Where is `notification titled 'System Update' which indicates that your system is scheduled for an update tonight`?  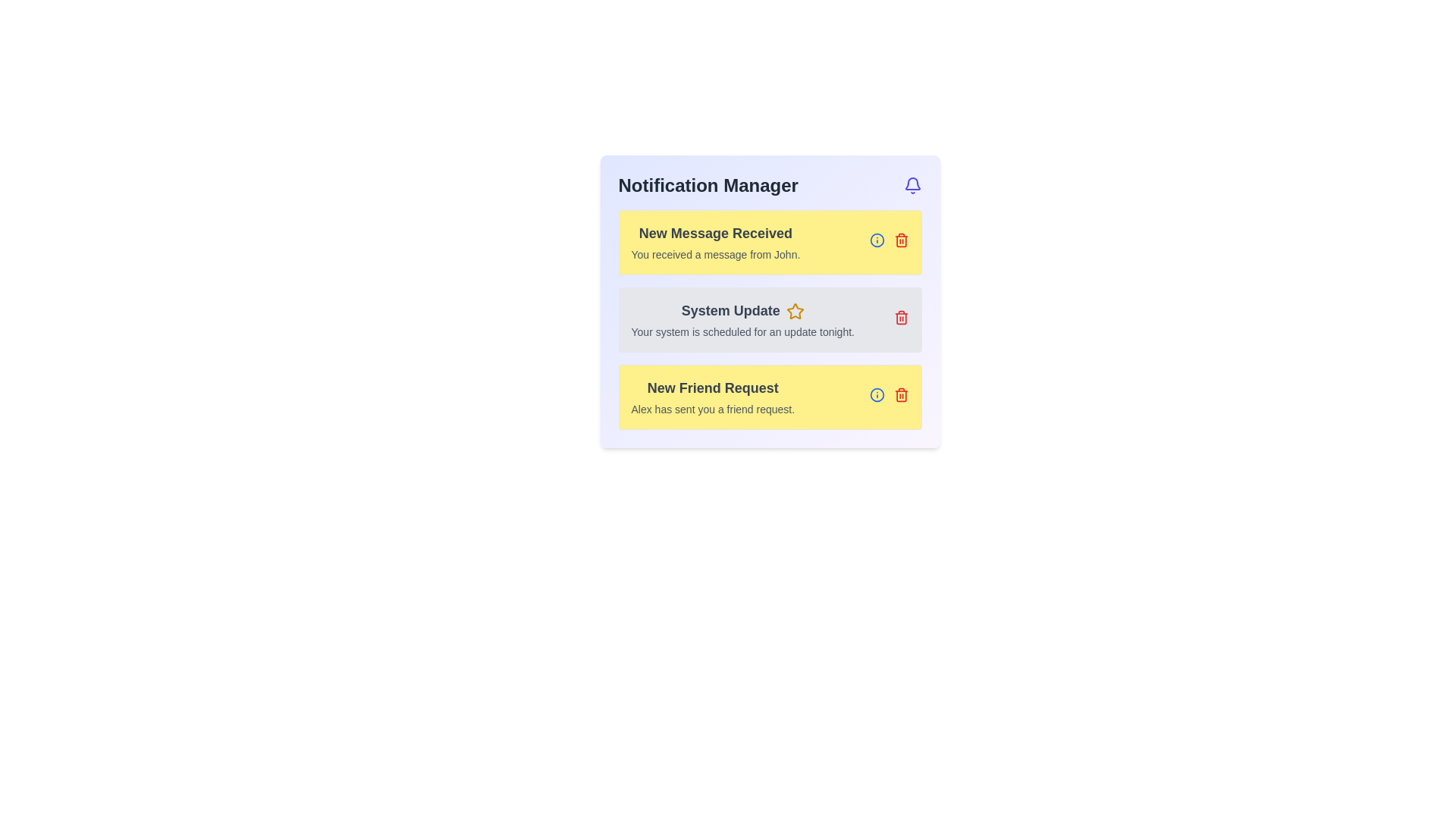
notification titled 'System Update' which indicates that your system is scheduled for an update tonight is located at coordinates (770, 318).